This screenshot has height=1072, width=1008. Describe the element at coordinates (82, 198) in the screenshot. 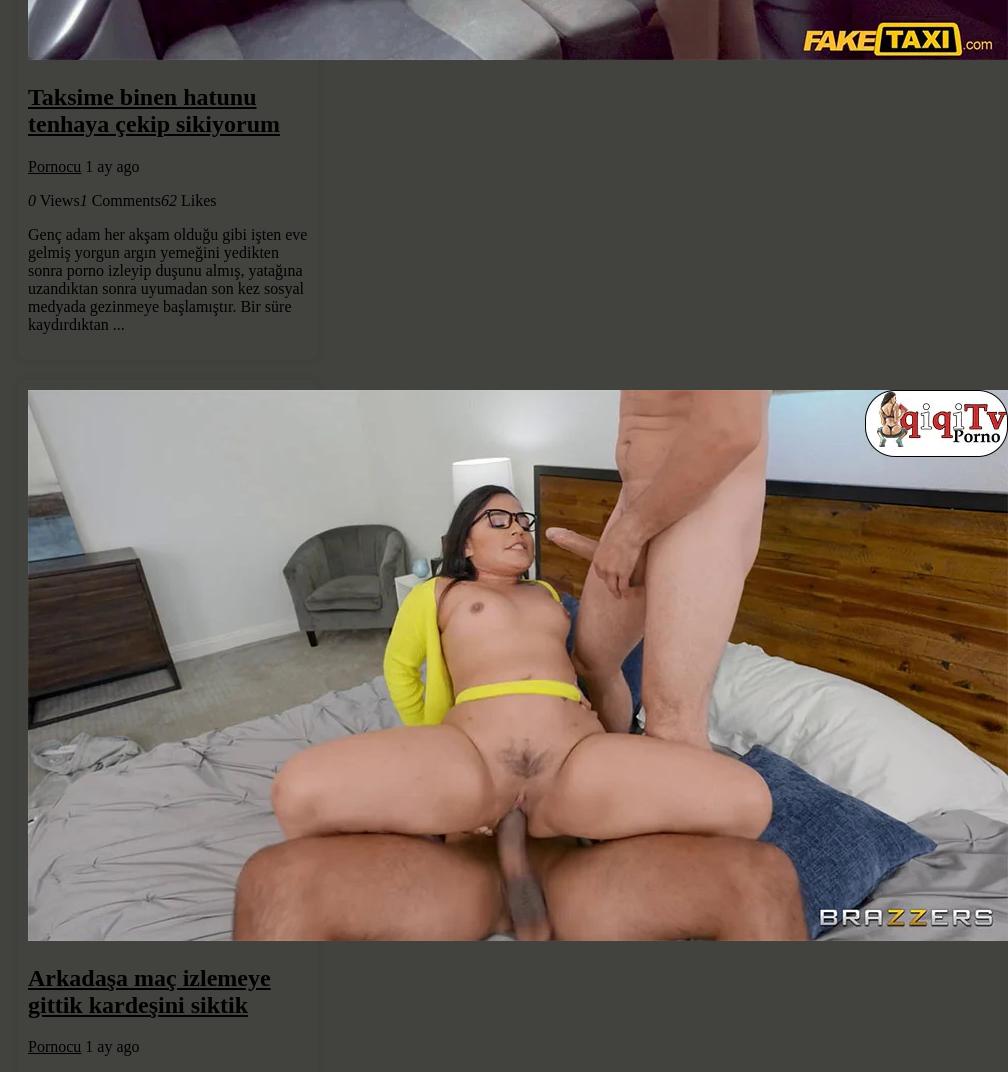

I see `'1'` at that location.